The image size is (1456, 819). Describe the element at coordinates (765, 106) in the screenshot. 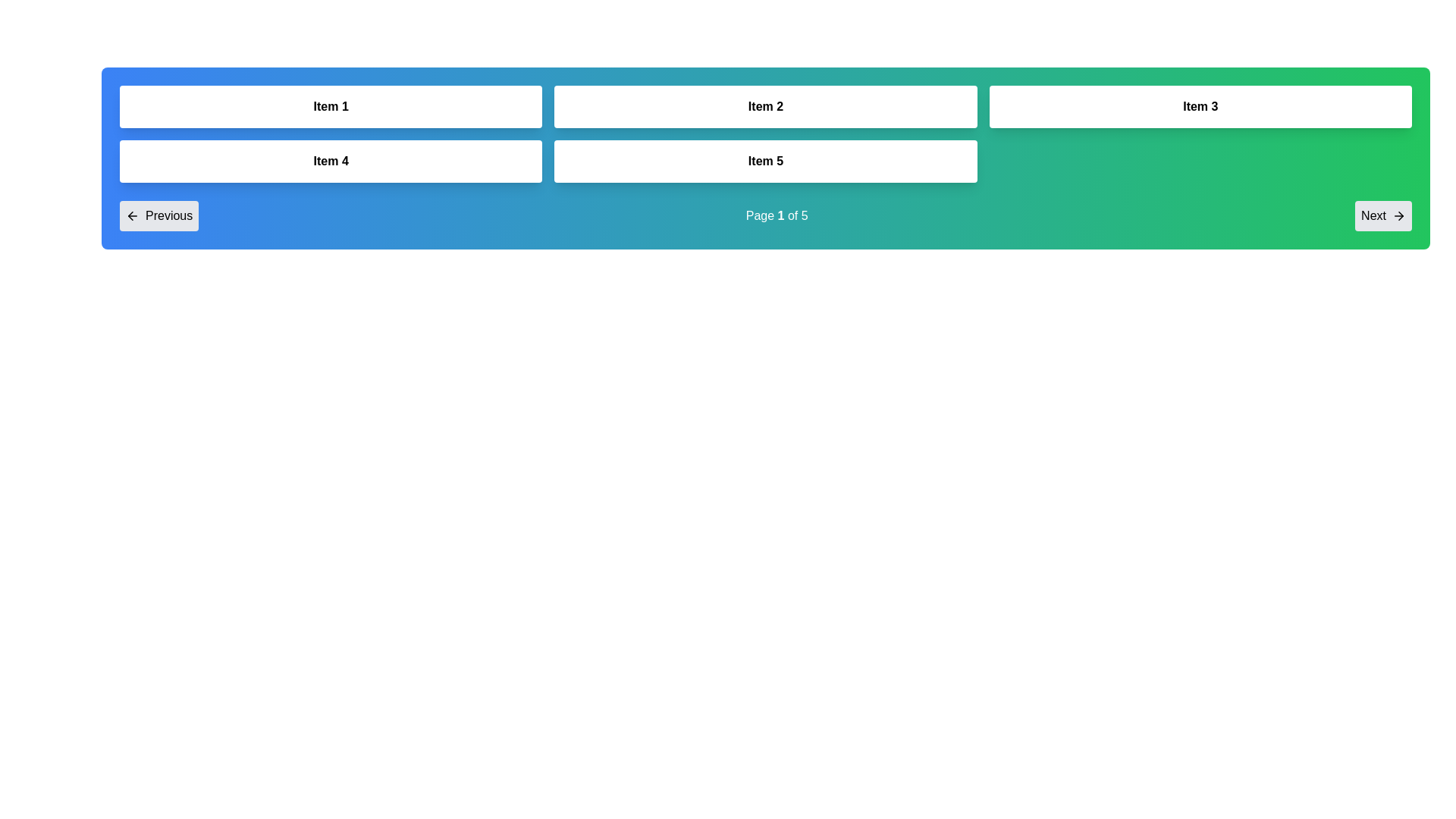

I see `the grid item labeled 'Item 2' which is located in the second column of the first row within a grid layout` at that location.